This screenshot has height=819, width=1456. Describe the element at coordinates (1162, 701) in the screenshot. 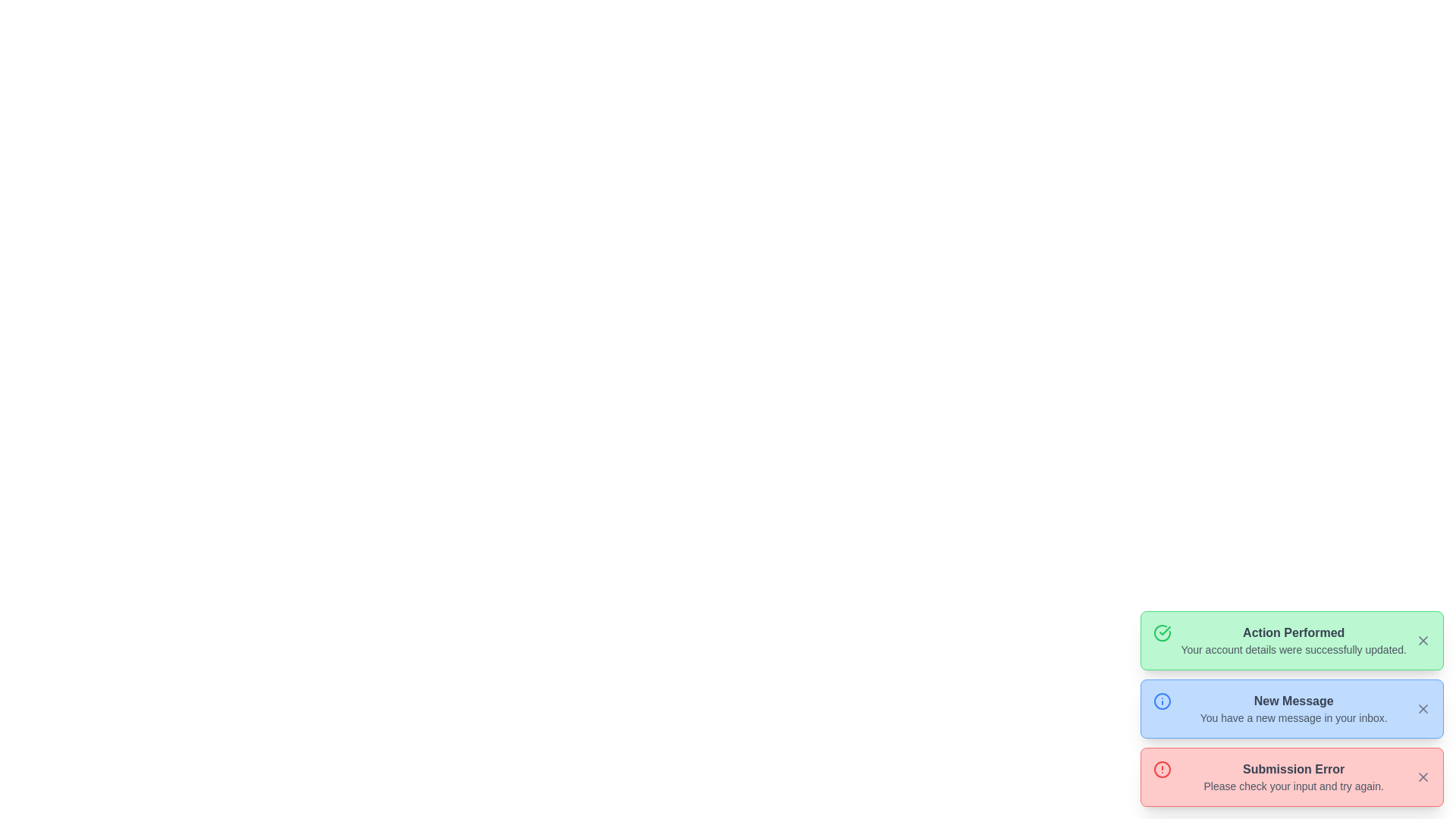

I see `the circular icon with a blue border and lighter blue fill, located centrally within the 'New Message' notification card` at that location.